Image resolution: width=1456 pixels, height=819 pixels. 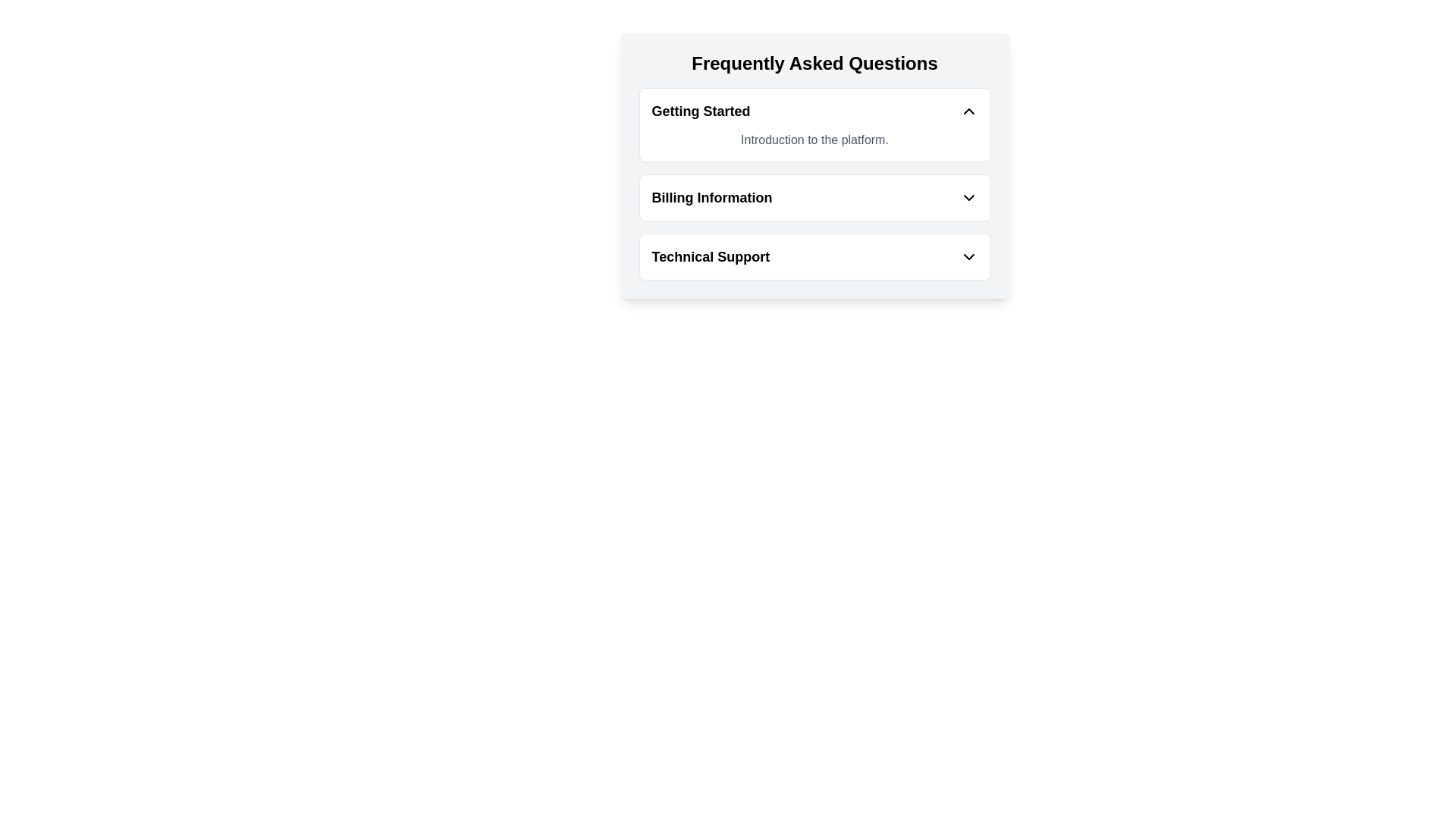 What do you see at coordinates (814, 256) in the screenshot?
I see `the toggle button for 'Technical Support' located in the 'Frequently Asked Questions' section` at bounding box center [814, 256].